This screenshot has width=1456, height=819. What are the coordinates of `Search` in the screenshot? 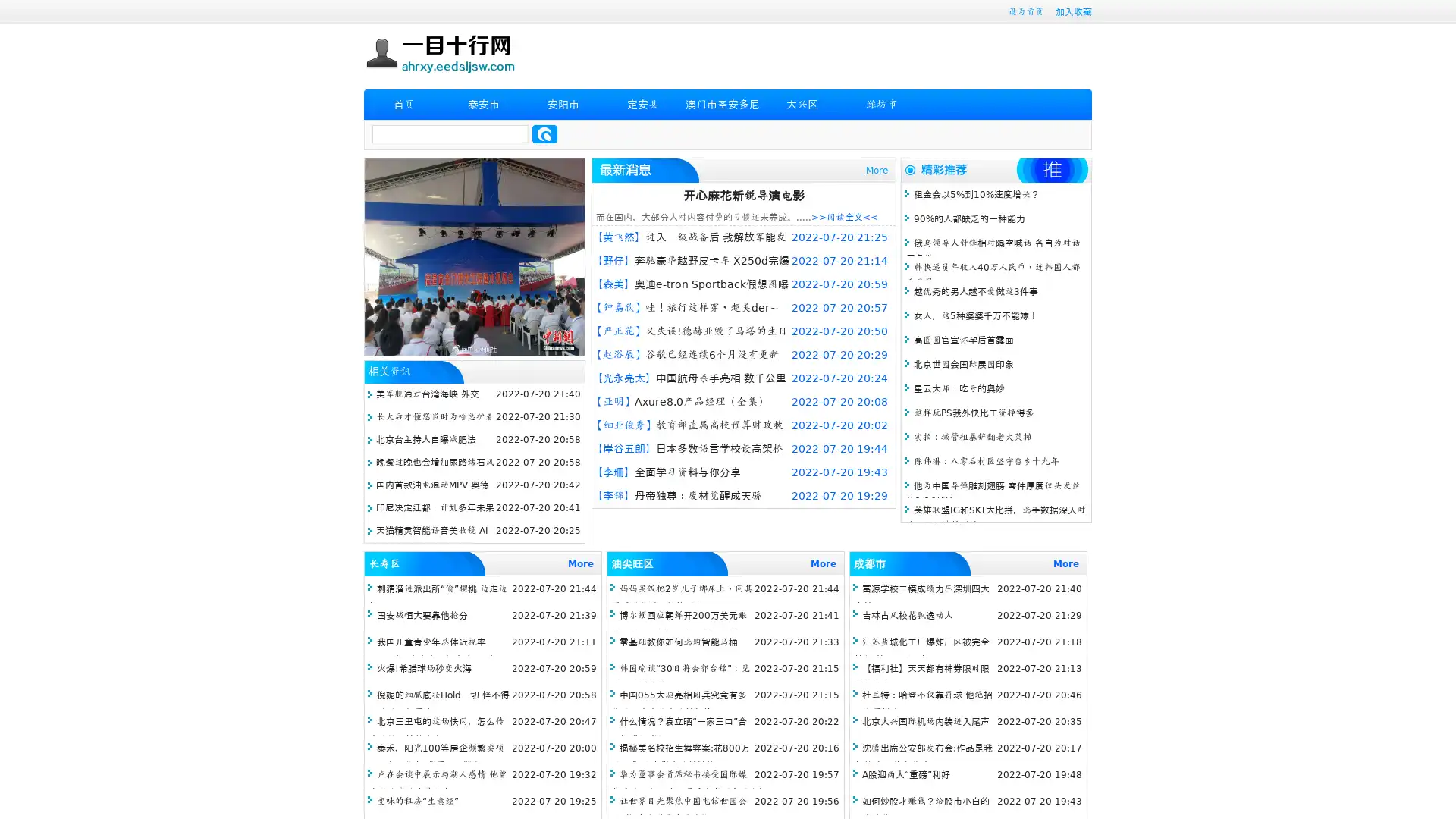 It's located at (544, 133).